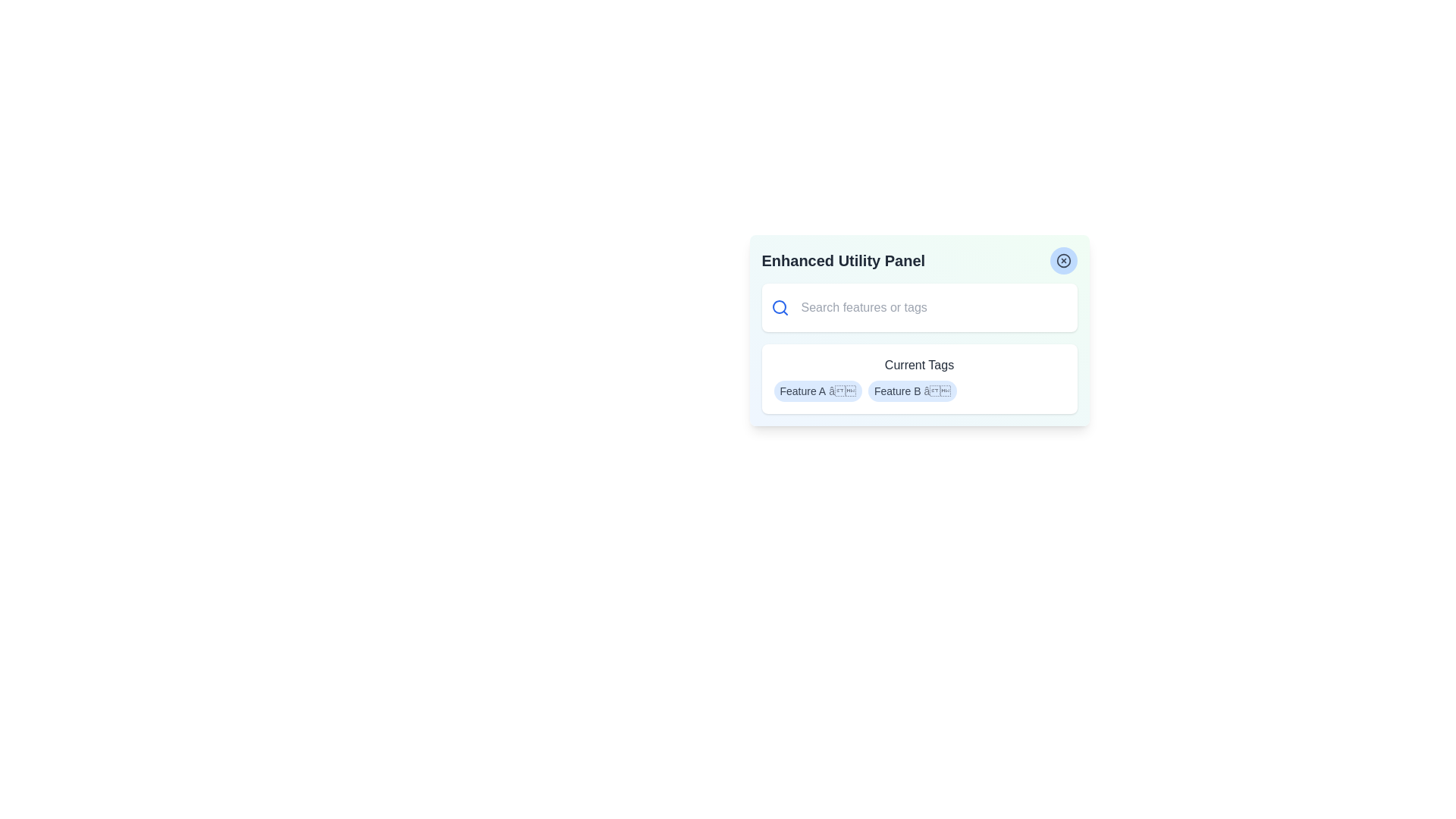 This screenshot has height=819, width=1456. Describe the element at coordinates (937, 391) in the screenshot. I see `the close button '✕' located at the end of the 'Feature B' tag` at that location.